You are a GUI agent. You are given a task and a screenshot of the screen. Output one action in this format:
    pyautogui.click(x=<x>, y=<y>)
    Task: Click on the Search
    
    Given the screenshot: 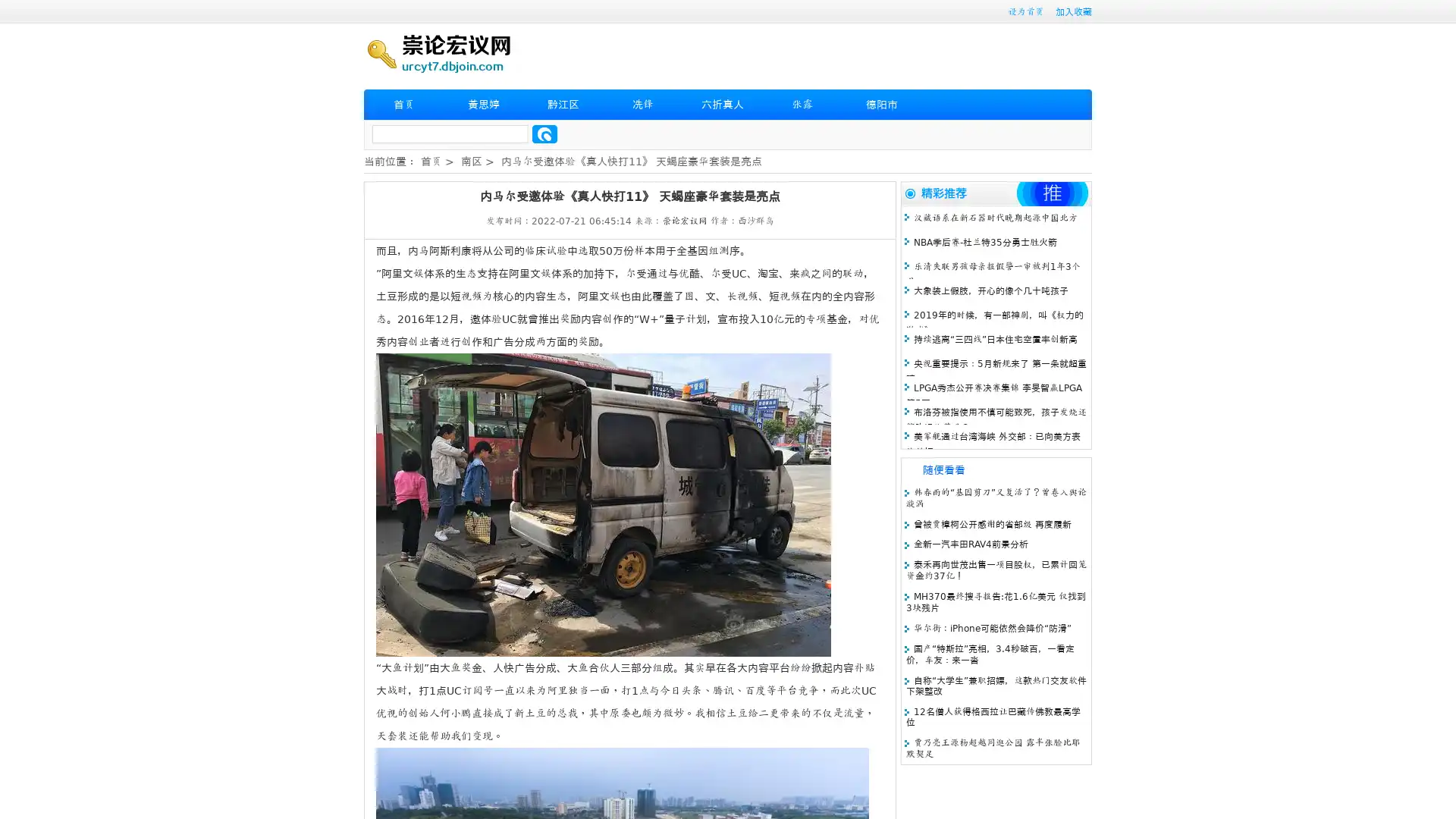 What is the action you would take?
    pyautogui.click(x=544, y=133)
    